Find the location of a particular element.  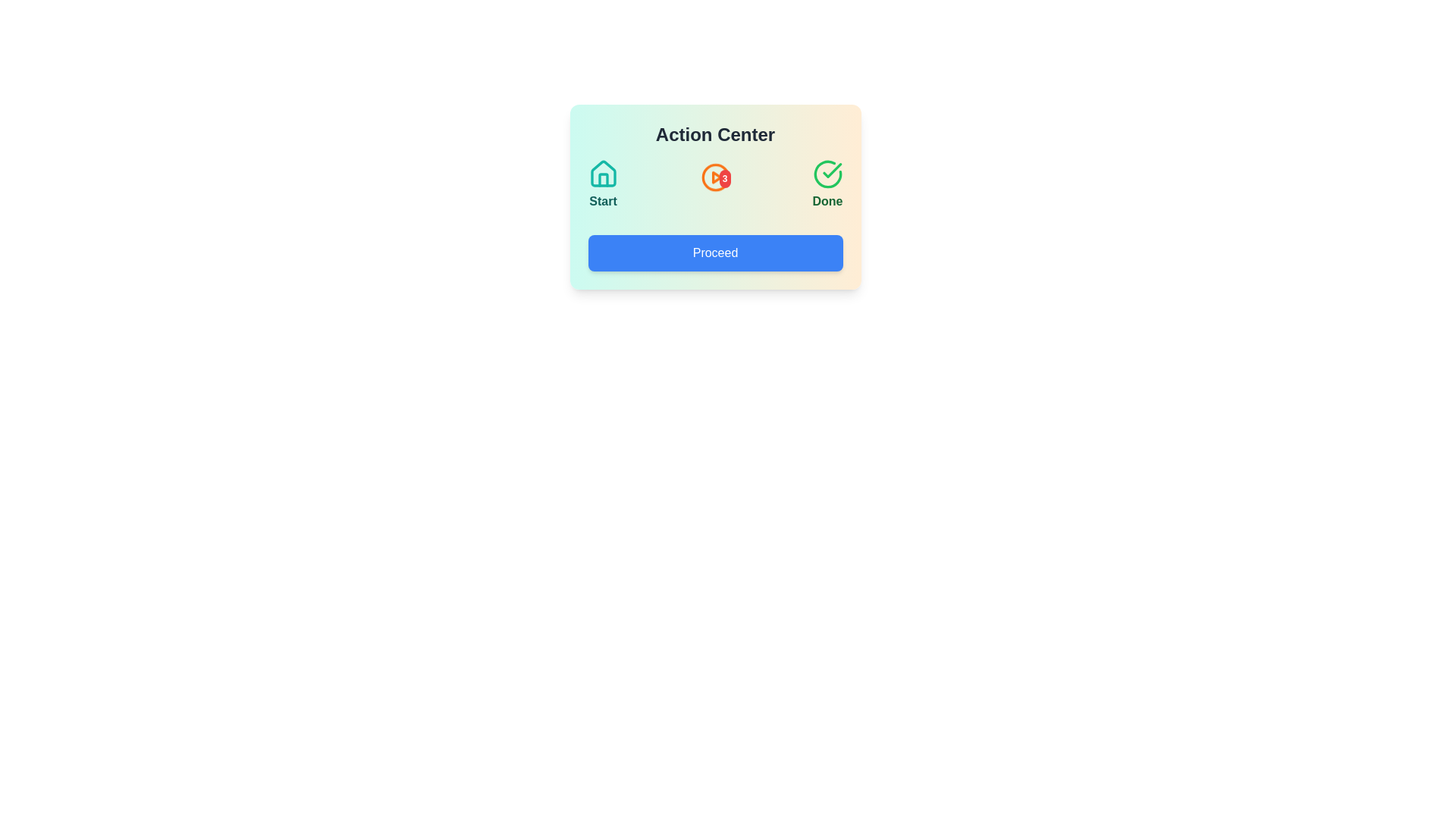

the circular icon with an embedded play symbol and notification badge, which has a red badge displaying the number '3', to initiate playback or related action is located at coordinates (714, 181).